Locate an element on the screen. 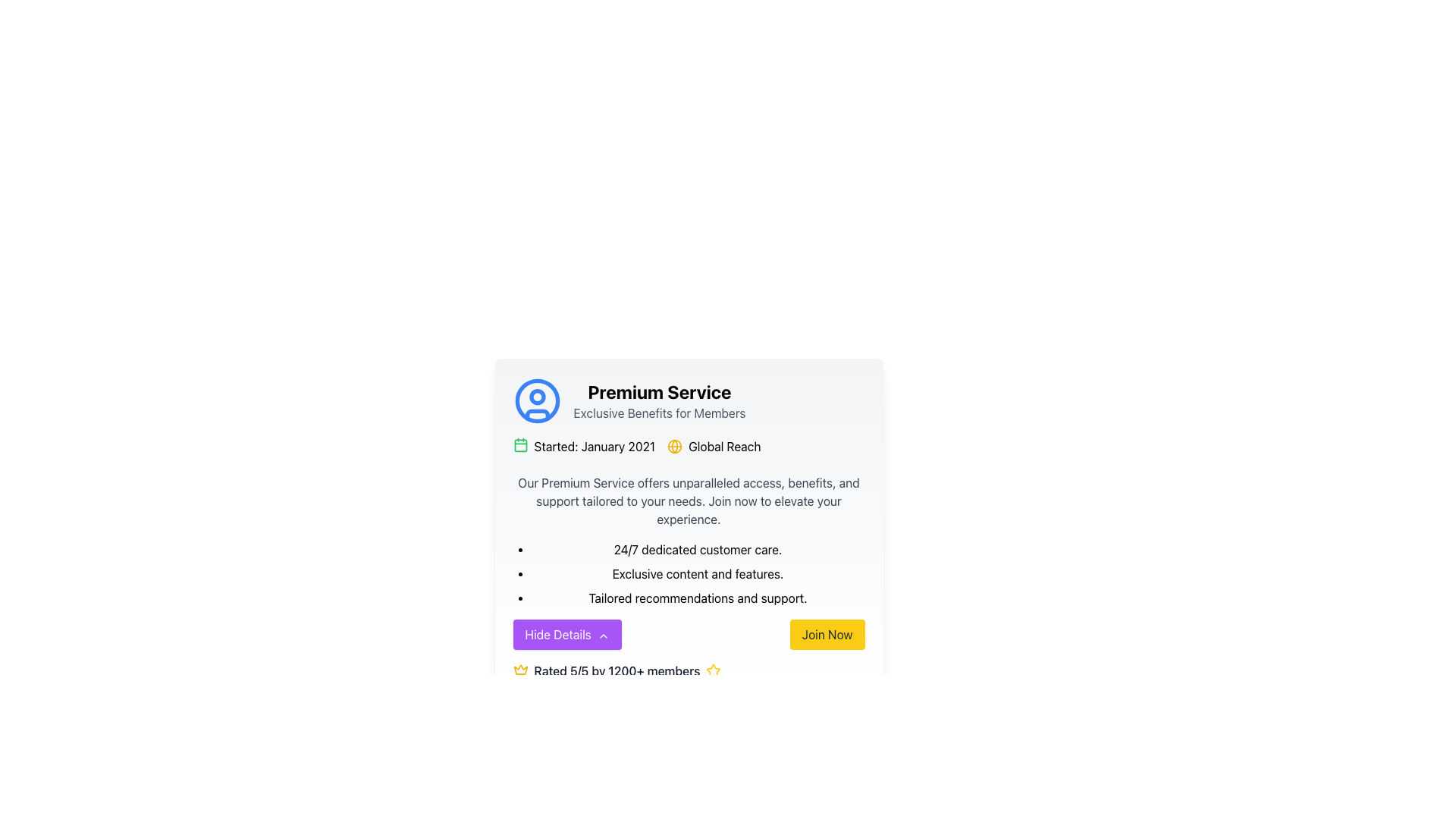 The width and height of the screenshot is (1456, 819). the five-star rating icon located at the rightmost section of the rating cluster, adjacent to the text 'Rated 5/5 by 1200+ members' is located at coordinates (713, 670).